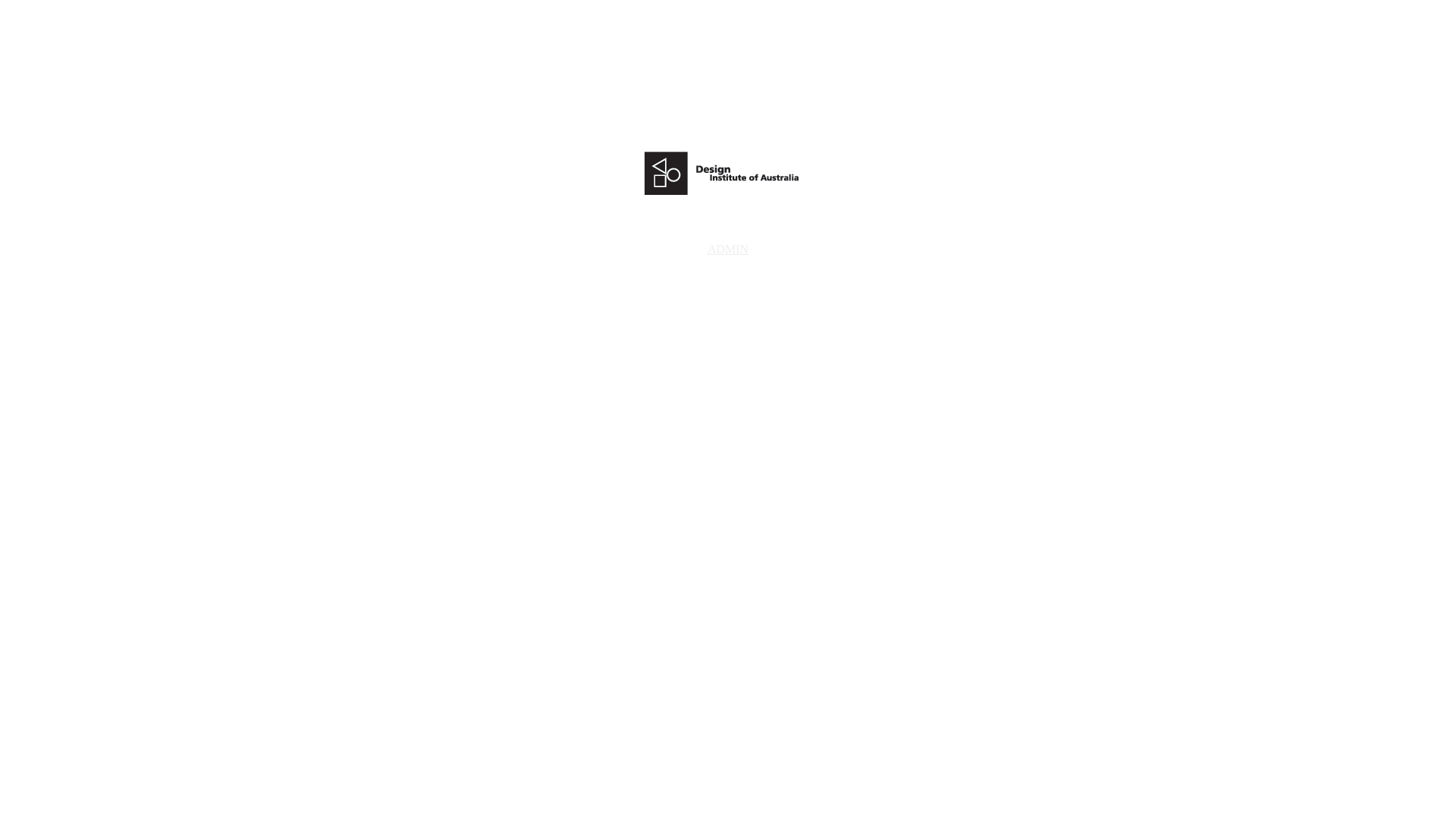 Image resolution: width=1456 pixels, height=819 pixels. What do you see at coordinates (728, 248) in the screenshot?
I see `'ADMIN'` at bounding box center [728, 248].